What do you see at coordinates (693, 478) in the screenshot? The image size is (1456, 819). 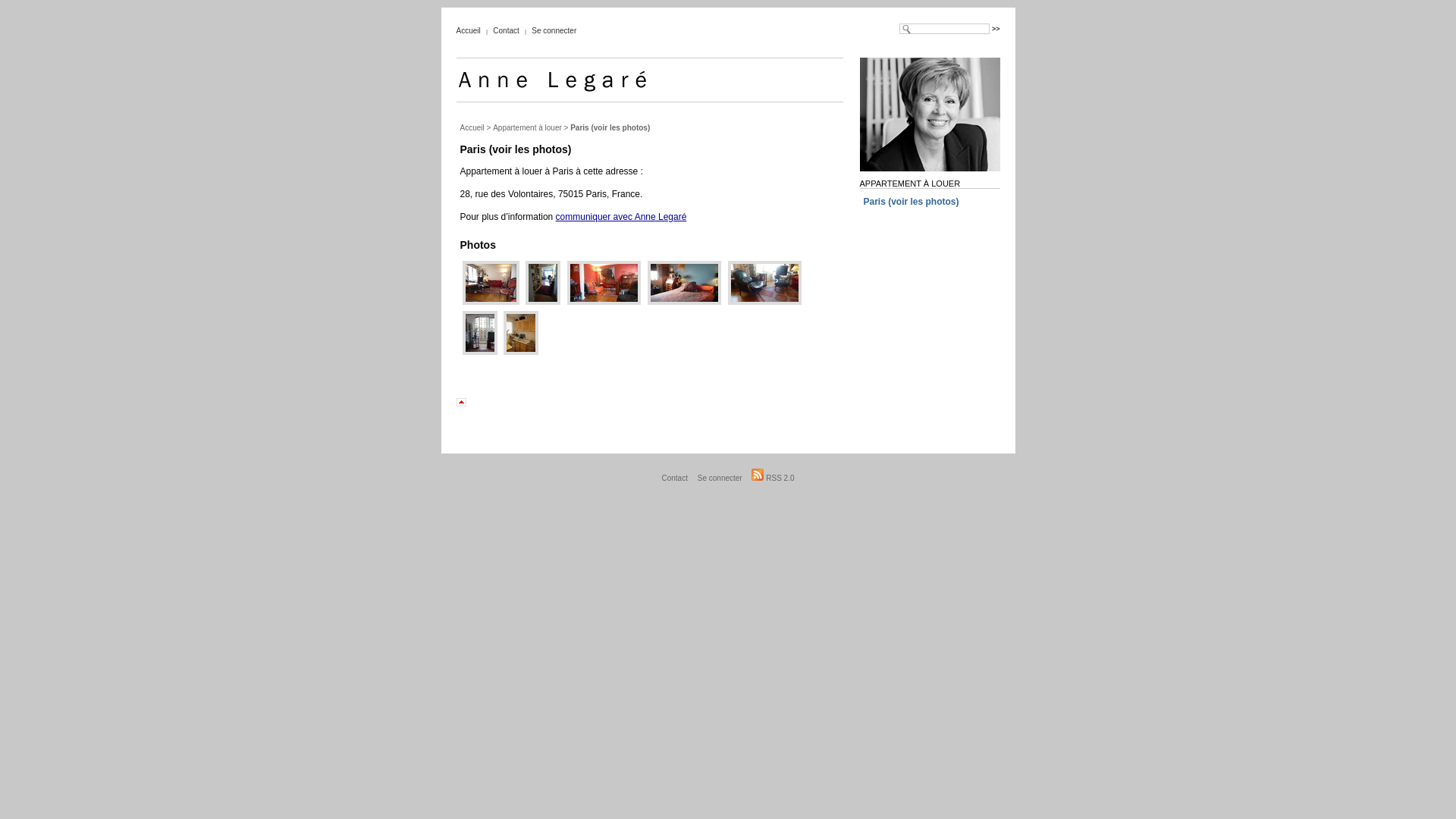 I see `'Se connecter'` at bounding box center [693, 478].